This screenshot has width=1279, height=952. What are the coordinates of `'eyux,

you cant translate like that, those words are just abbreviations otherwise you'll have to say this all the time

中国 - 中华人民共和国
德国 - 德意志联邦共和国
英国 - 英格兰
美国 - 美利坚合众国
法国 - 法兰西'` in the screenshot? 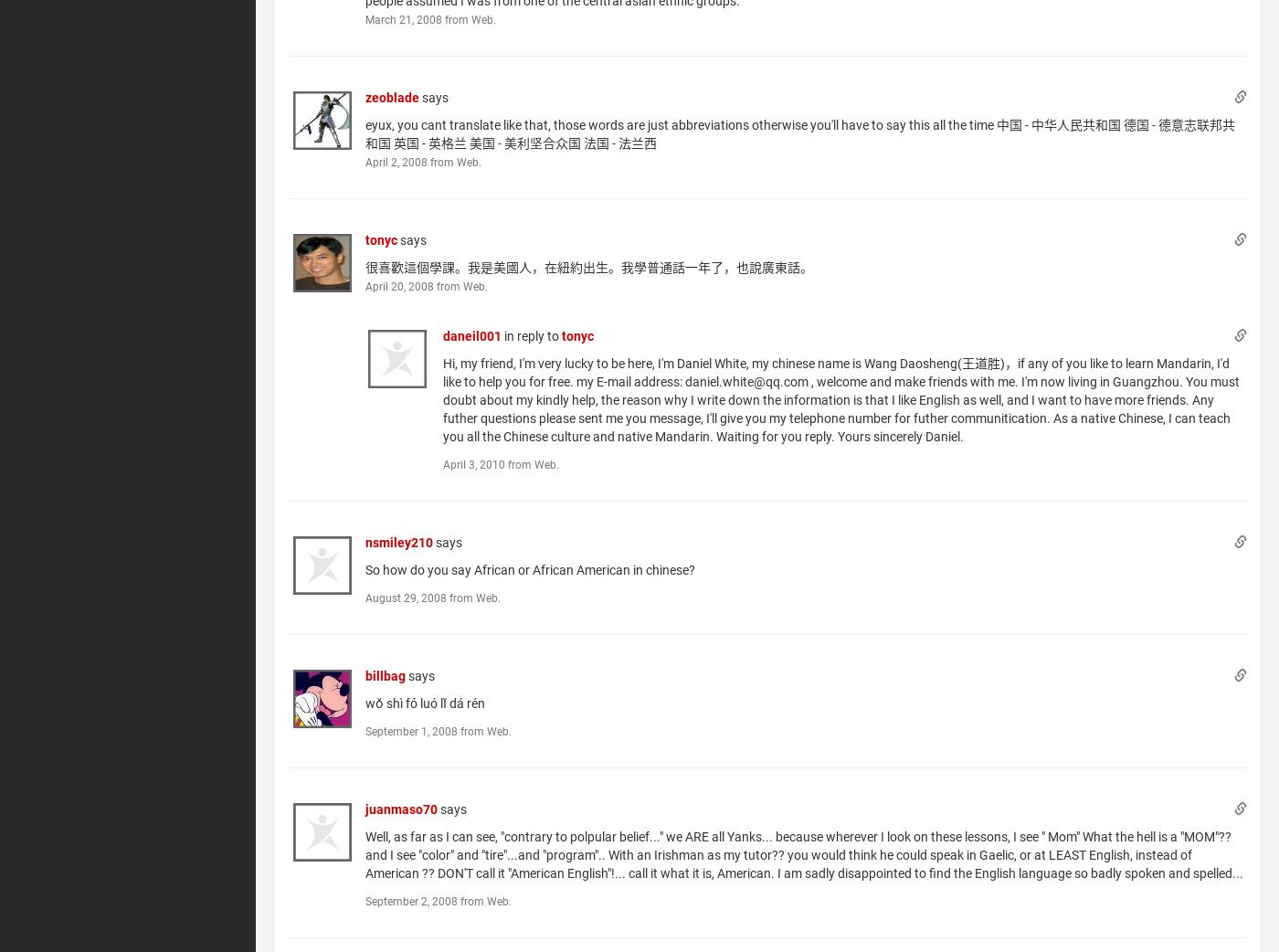 It's located at (799, 132).